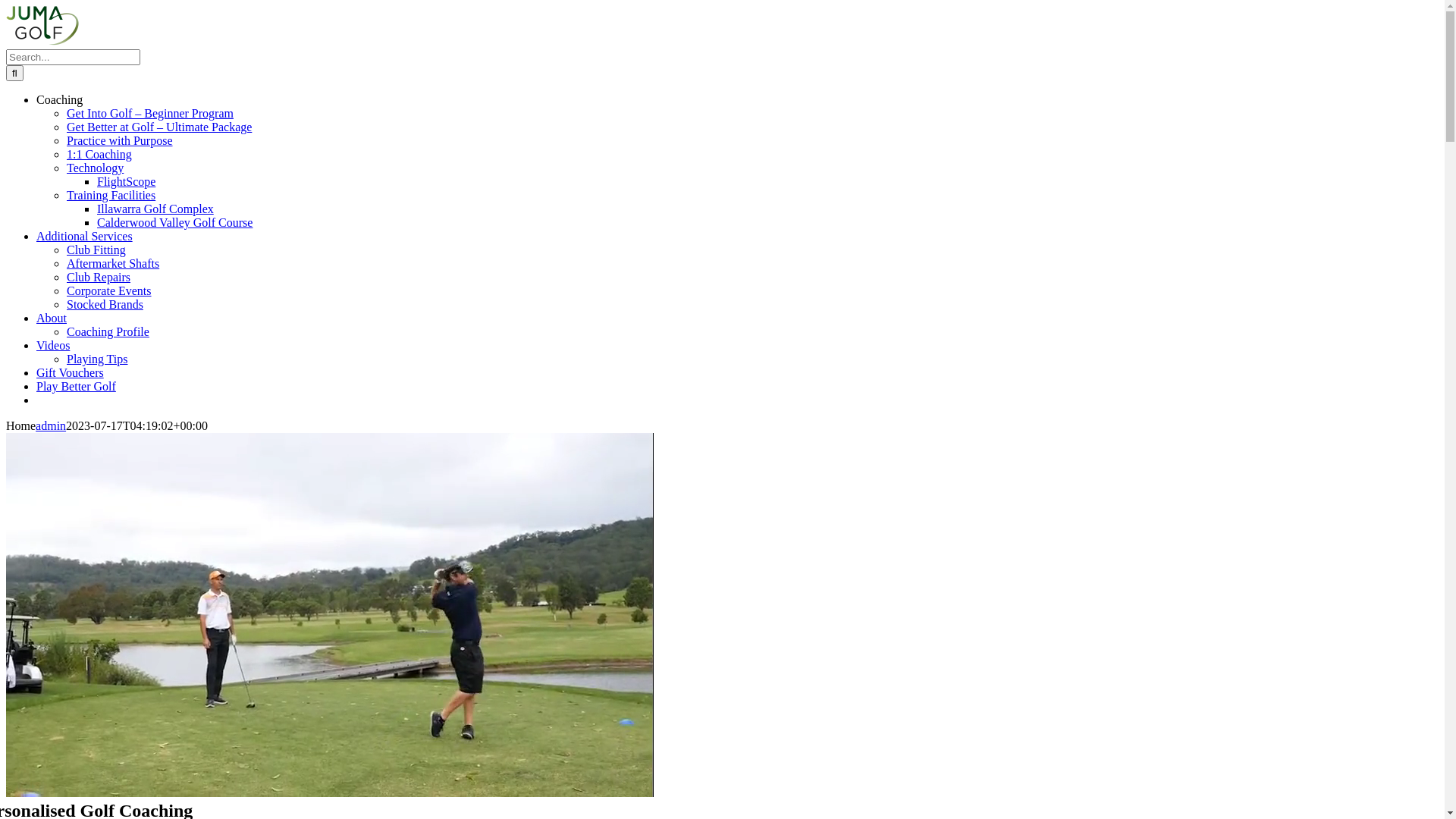  What do you see at coordinates (96, 209) in the screenshot?
I see `'Illawarra Golf Complex'` at bounding box center [96, 209].